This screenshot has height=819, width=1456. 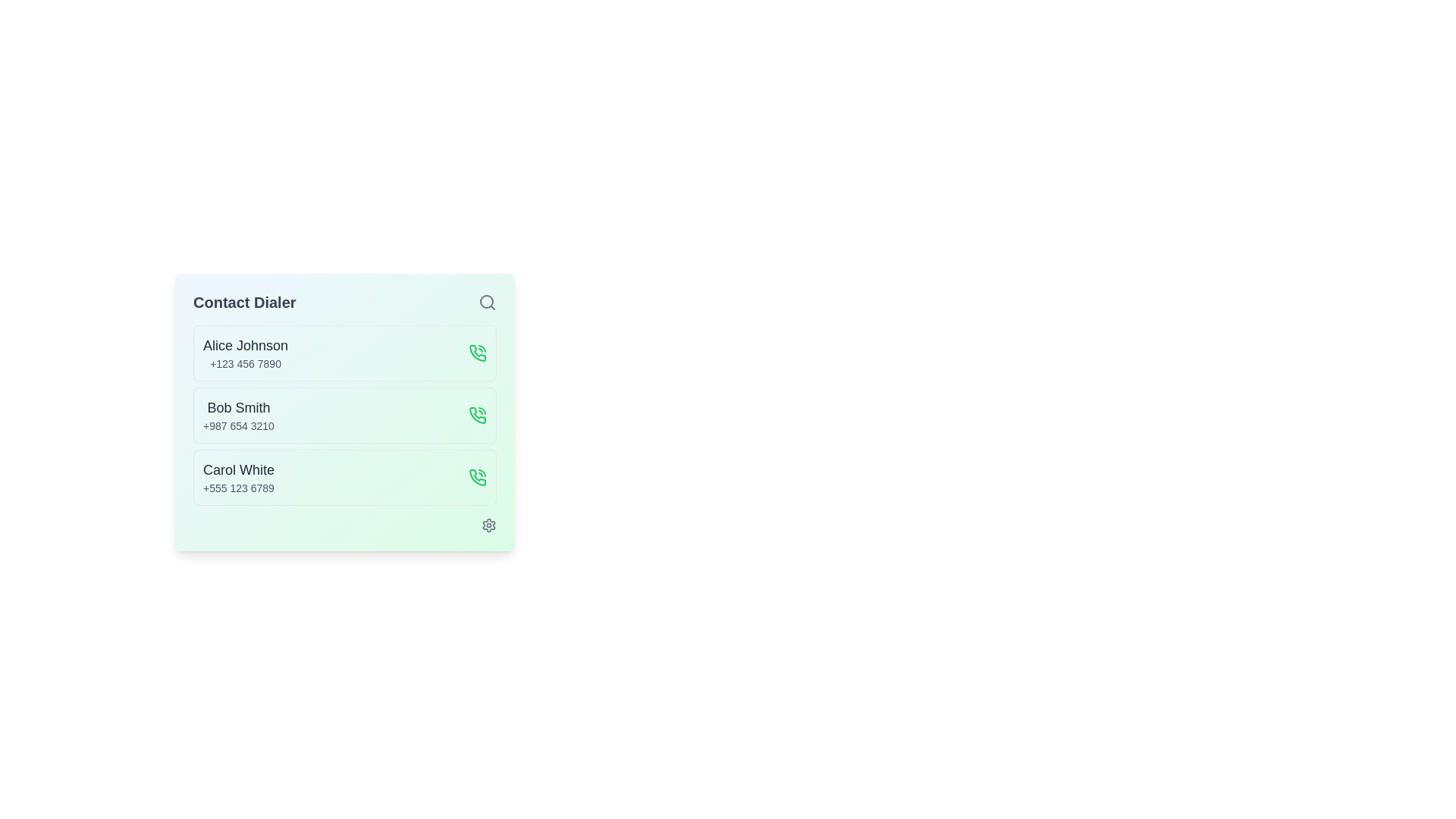 I want to click on the phone call icon associated with the contact 'Alice Johnson', so click(x=476, y=353).